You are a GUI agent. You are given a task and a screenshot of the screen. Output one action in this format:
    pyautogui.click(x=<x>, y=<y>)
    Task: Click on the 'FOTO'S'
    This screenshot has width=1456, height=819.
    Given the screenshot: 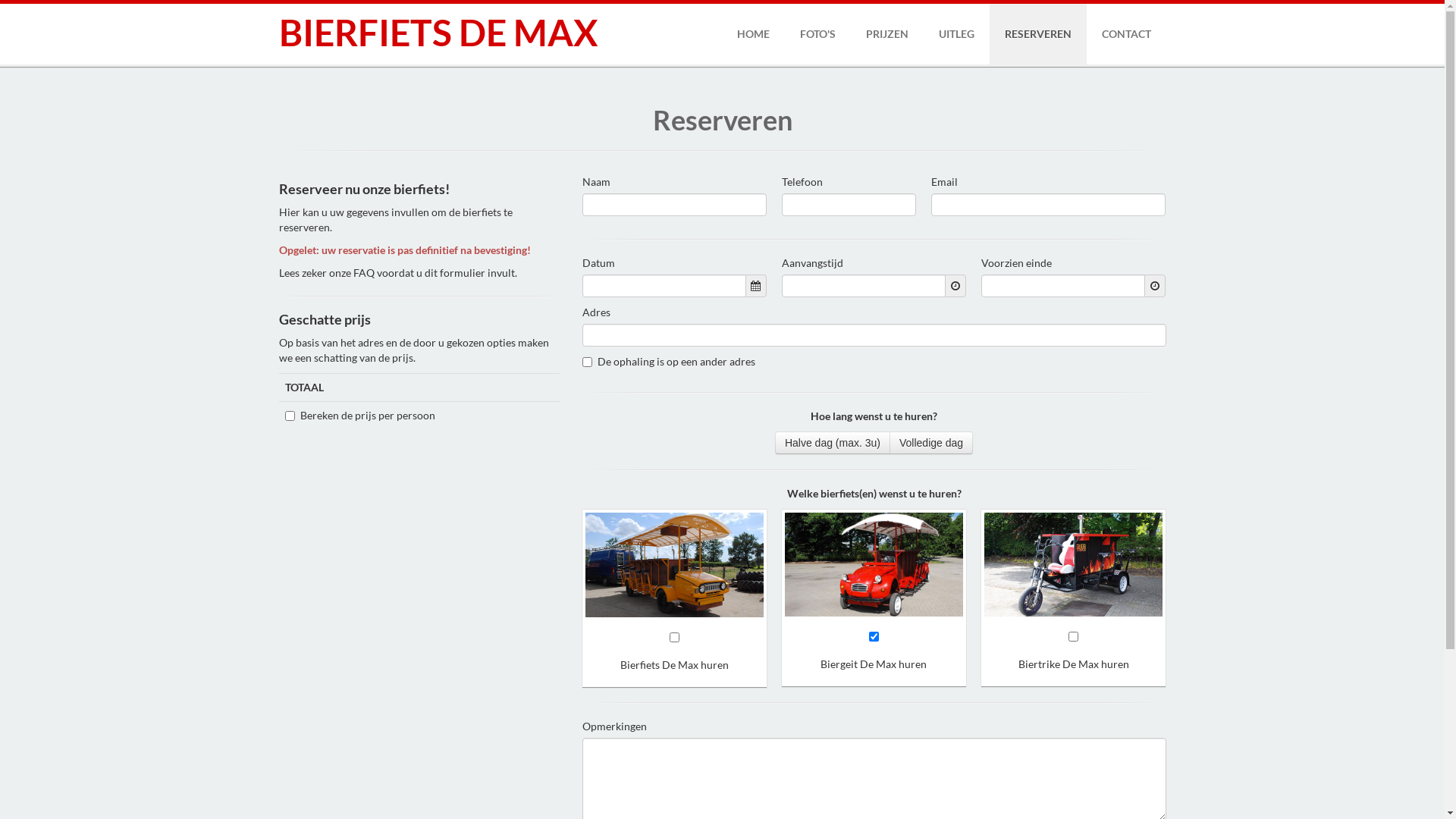 What is the action you would take?
    pyautogui.click(x=816, y=34)
    